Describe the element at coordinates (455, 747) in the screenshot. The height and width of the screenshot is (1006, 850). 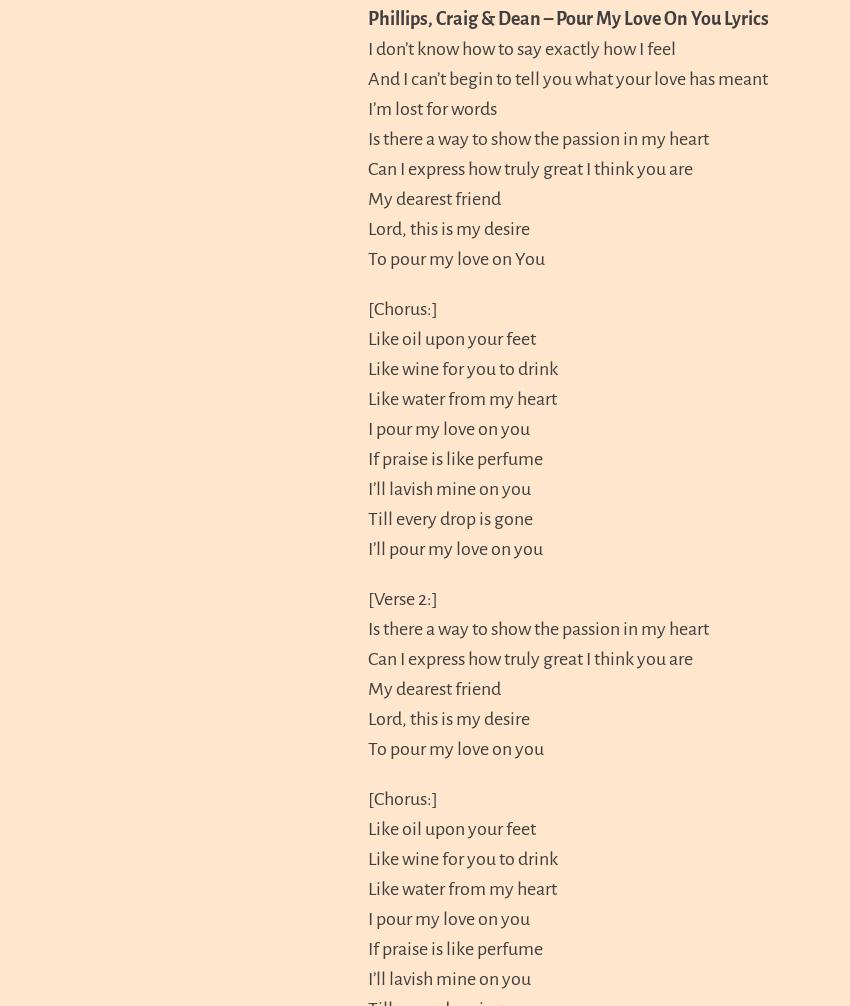
I see `'To pour my love on you'` at that location.